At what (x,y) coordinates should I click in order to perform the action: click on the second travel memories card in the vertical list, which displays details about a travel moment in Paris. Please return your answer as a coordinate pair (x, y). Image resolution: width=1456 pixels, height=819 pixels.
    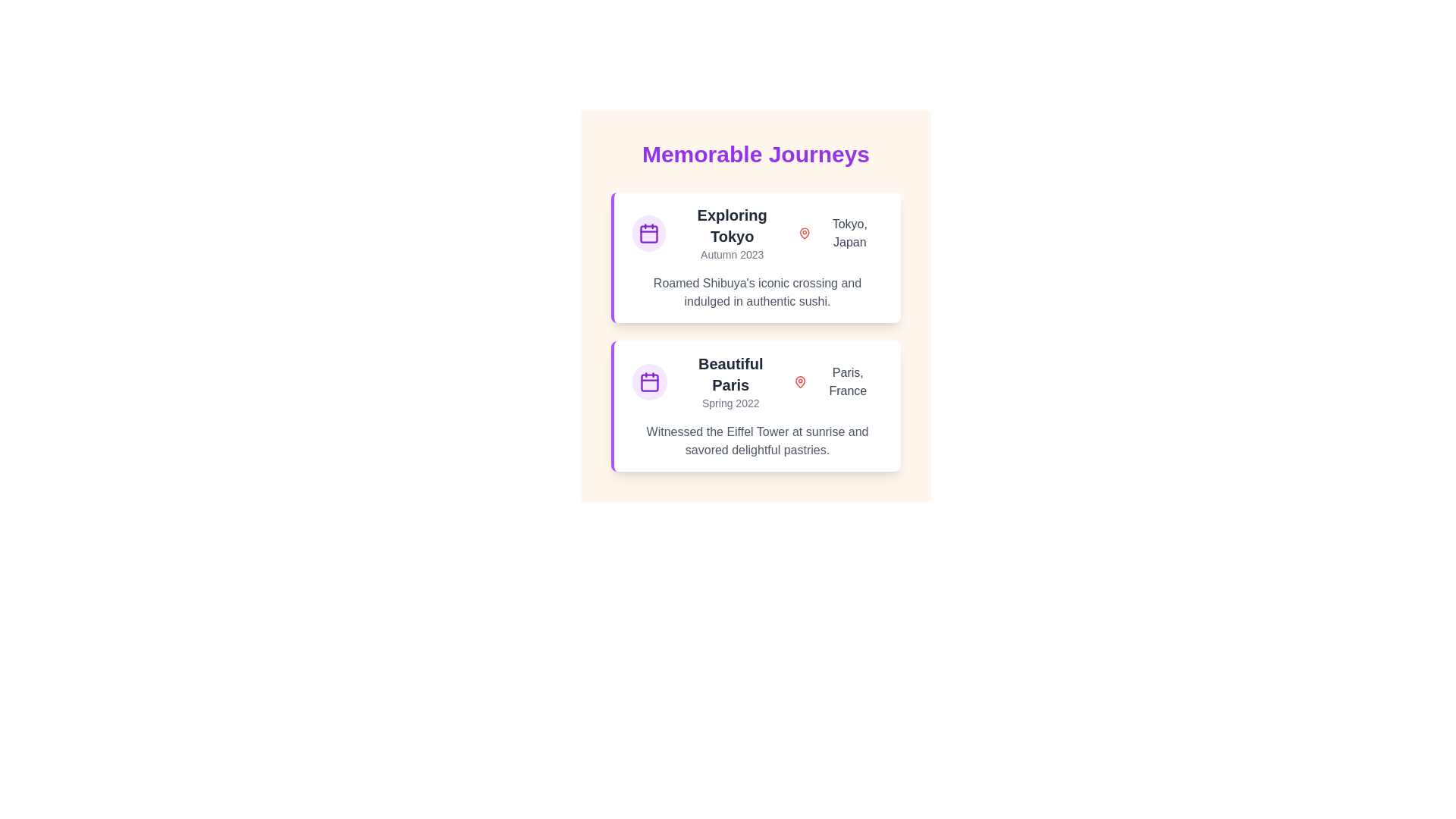
    Looking at the image, I should click on (756, 406).